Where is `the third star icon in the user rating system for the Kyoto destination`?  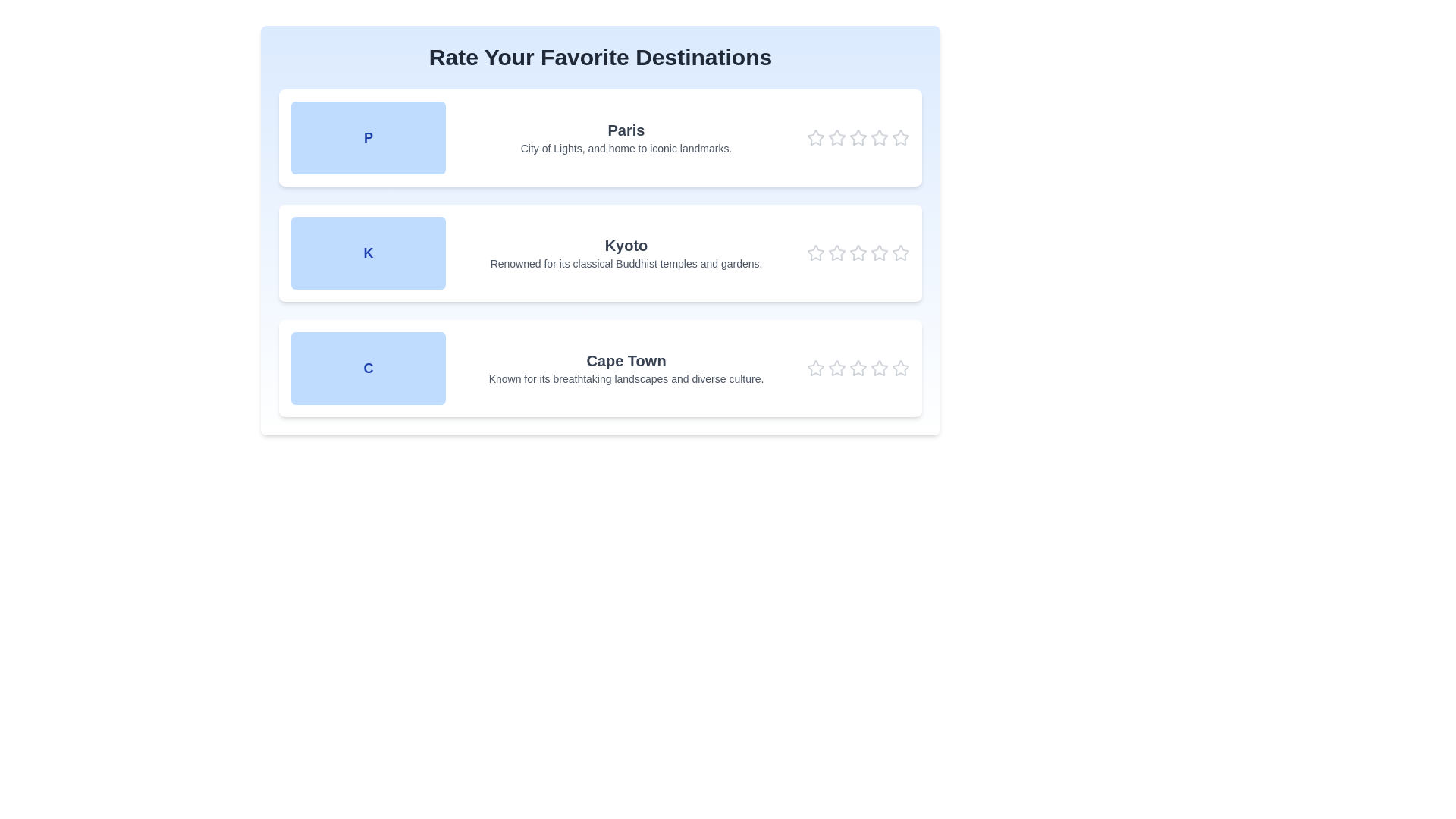 the third star icon in the user rating system for the Kyoto destination is located at coordinates (858, 253).